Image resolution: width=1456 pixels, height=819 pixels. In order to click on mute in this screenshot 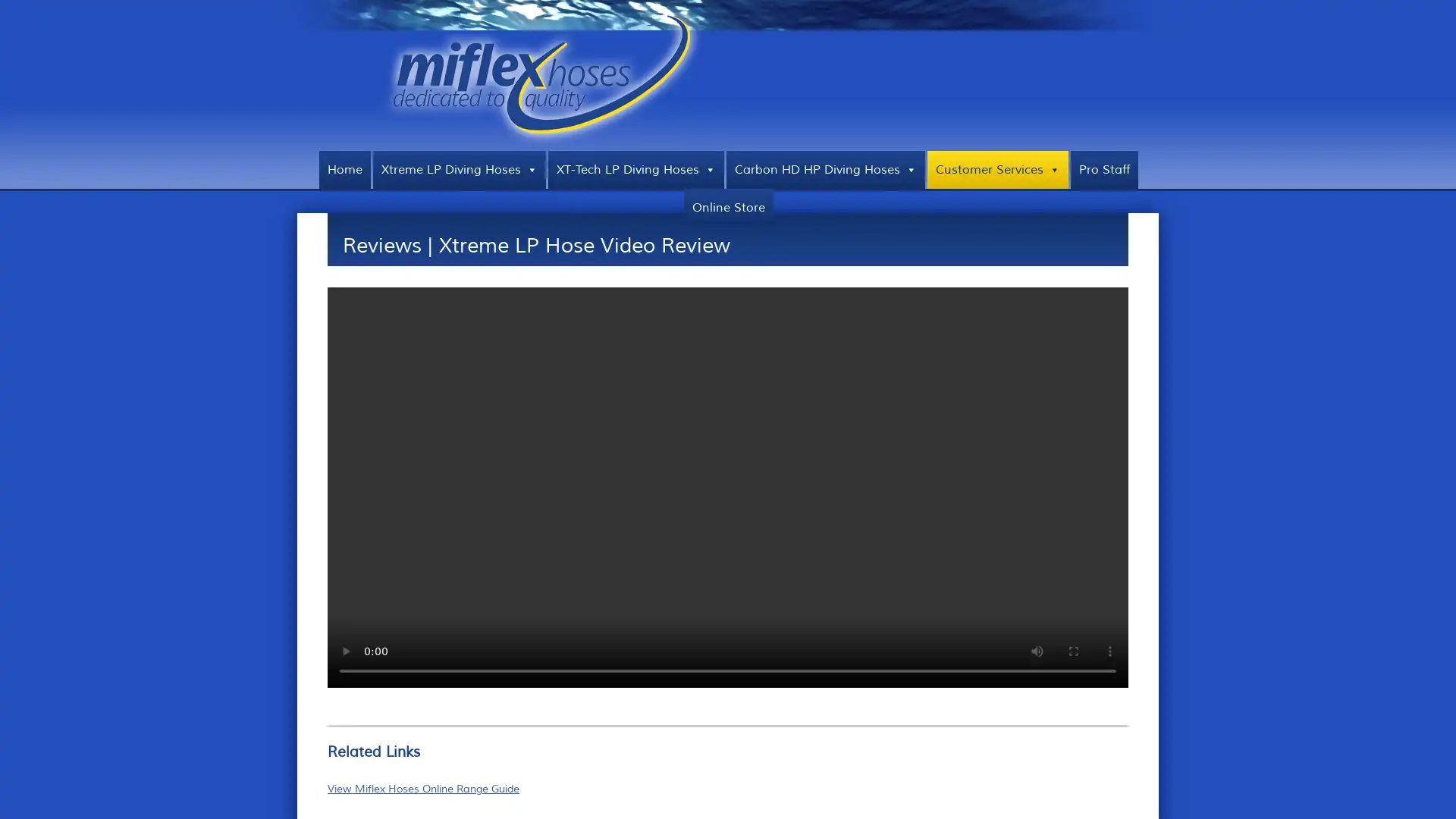, I will do `click(1037, 649)`.